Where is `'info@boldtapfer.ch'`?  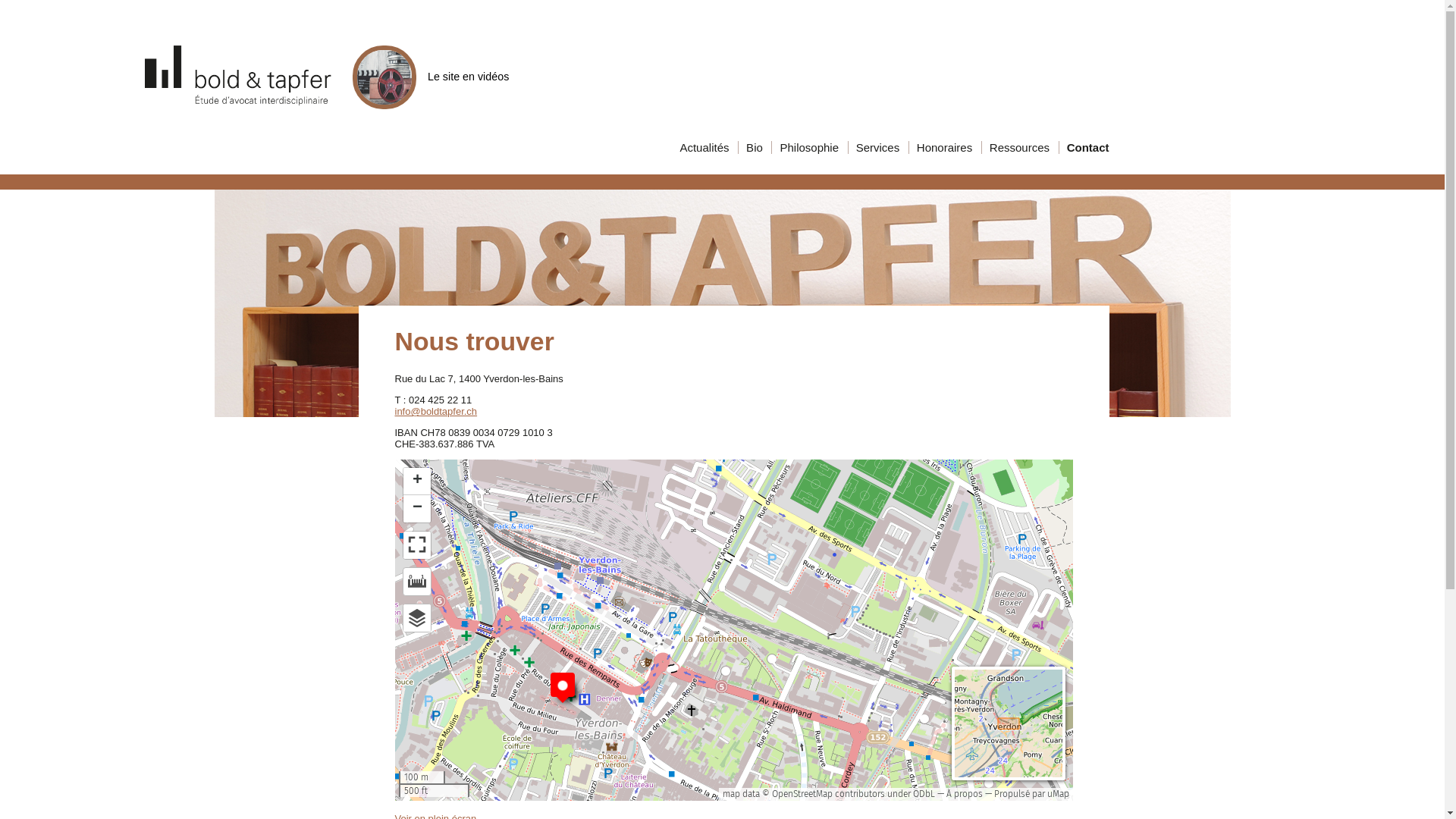
'info@boldtapfer.ch' is located at coordinates (435, 411).